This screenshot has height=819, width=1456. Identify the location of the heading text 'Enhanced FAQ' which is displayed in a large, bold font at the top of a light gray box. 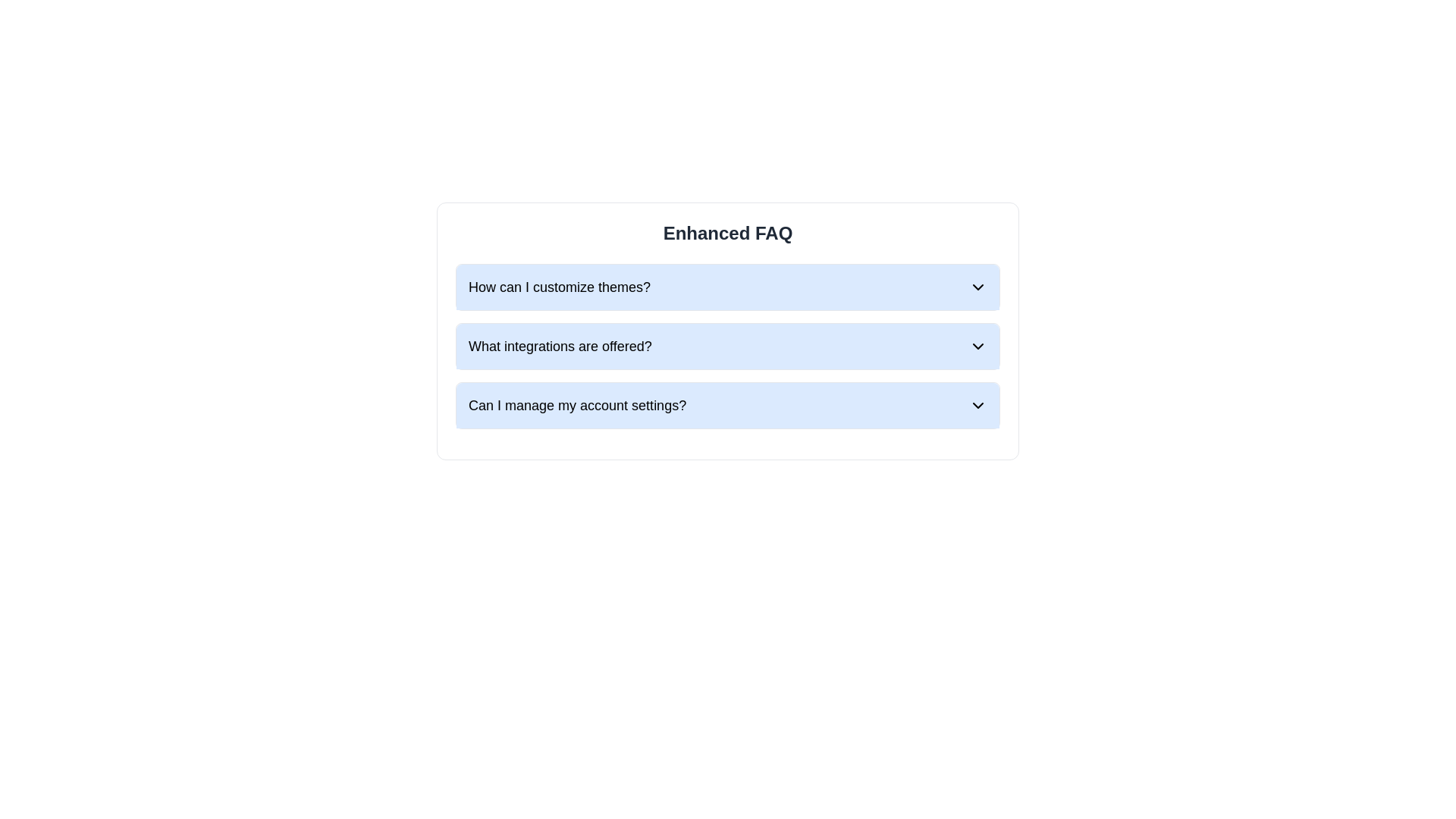
(728, 234).